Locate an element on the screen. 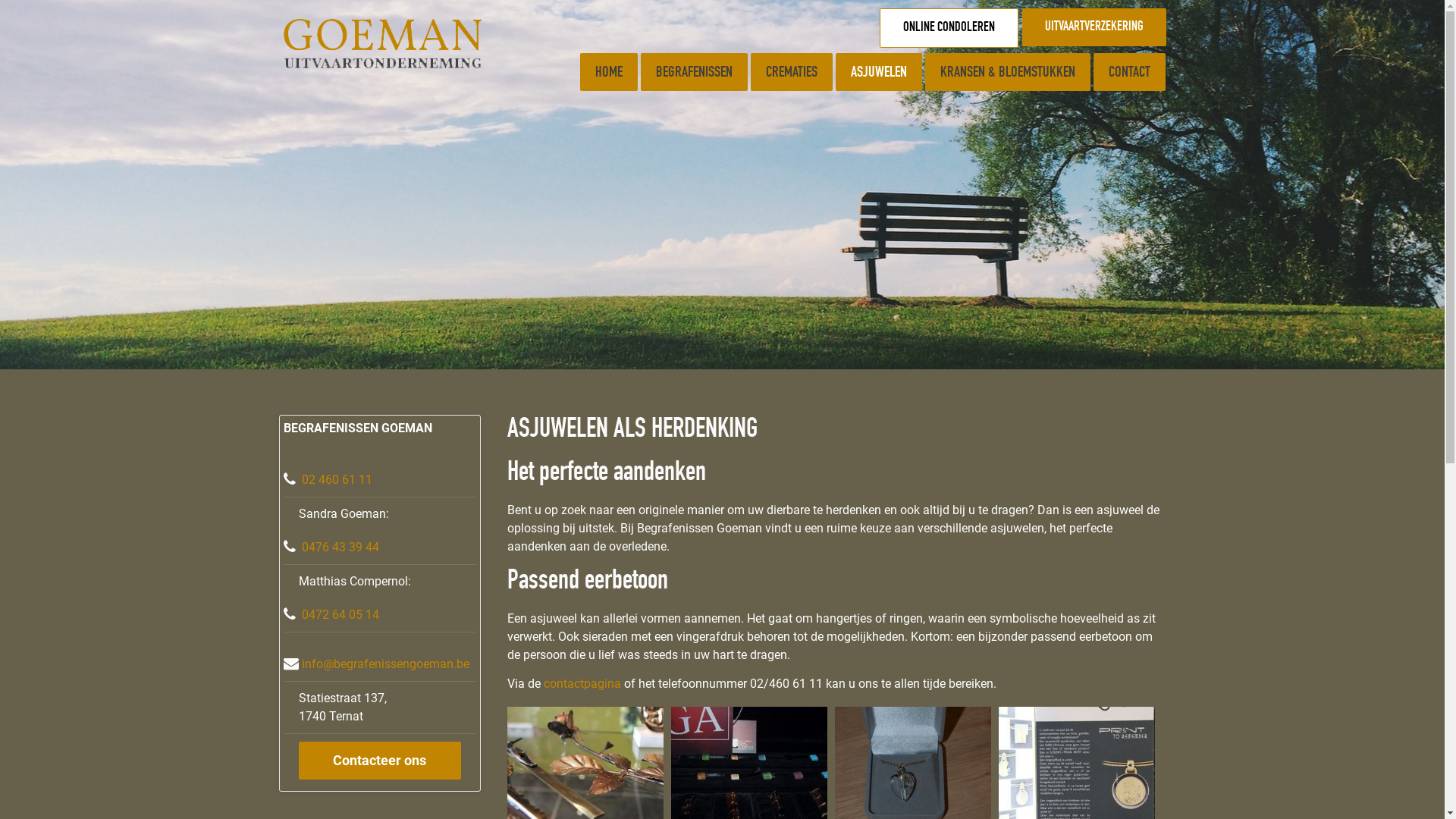 The height and width of the screenshot is (819, 1456). 'ASJUWELEN' is located at coordinates (878, 72).